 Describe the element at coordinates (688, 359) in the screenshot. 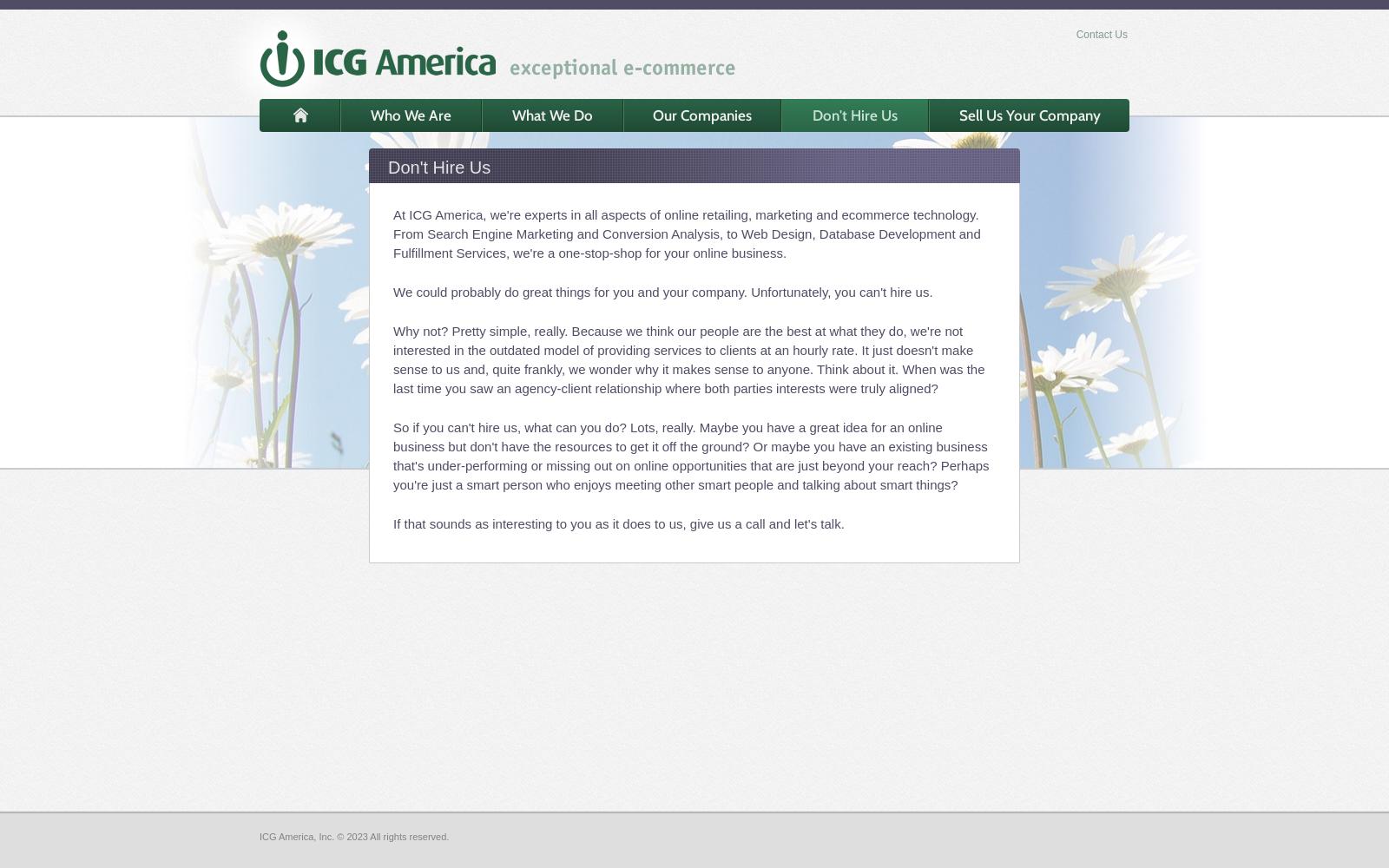

I see `'Why not? Pretty simple, really. Because we think our people are the best at what they do, we're not interested in the outdated model of providing services to clients at an hourly rate. It just doesn't make sense to us and, quite frankly, we wonder why it makes sense to anyone.  Think about it. When was the last time you saw an agency-client relationship where both parties interests were truly aligned?'` at that location.